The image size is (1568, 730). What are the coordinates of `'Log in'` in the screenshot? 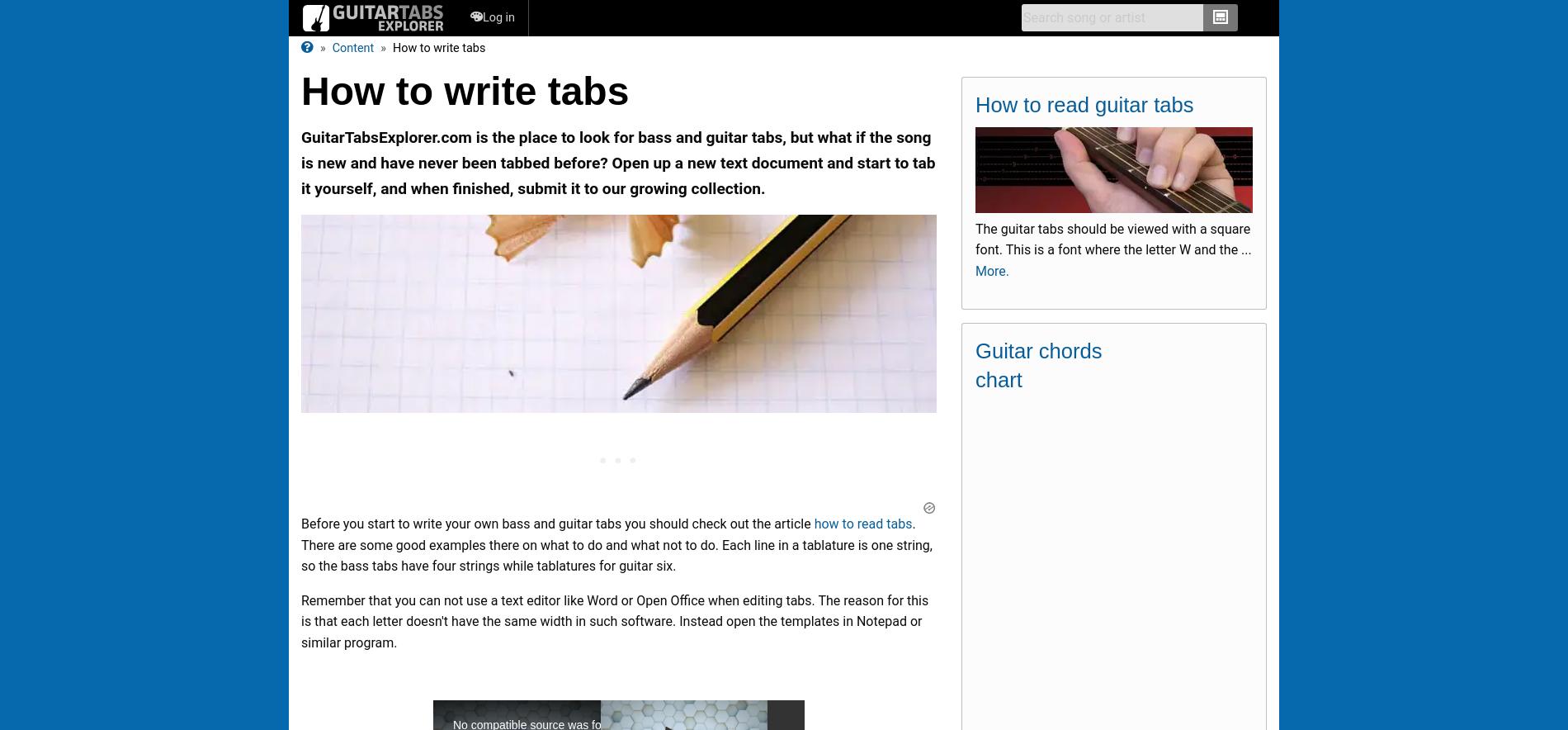 It's located at (498, 17).